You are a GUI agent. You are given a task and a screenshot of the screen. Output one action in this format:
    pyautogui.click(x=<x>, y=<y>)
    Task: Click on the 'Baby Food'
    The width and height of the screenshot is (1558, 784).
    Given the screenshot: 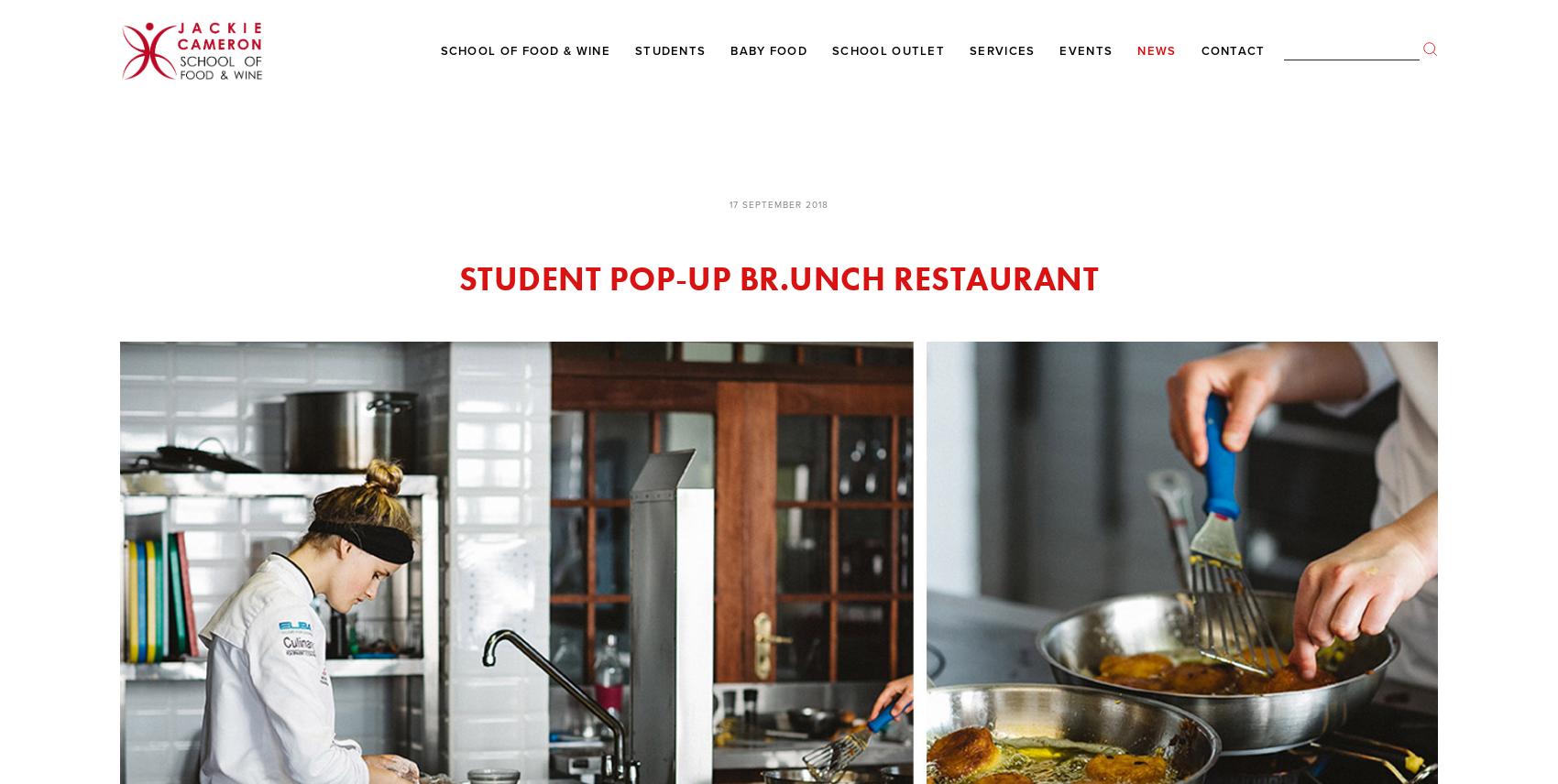 What is the action you would take?
    pyautogui.click(x=767, y=49)
    